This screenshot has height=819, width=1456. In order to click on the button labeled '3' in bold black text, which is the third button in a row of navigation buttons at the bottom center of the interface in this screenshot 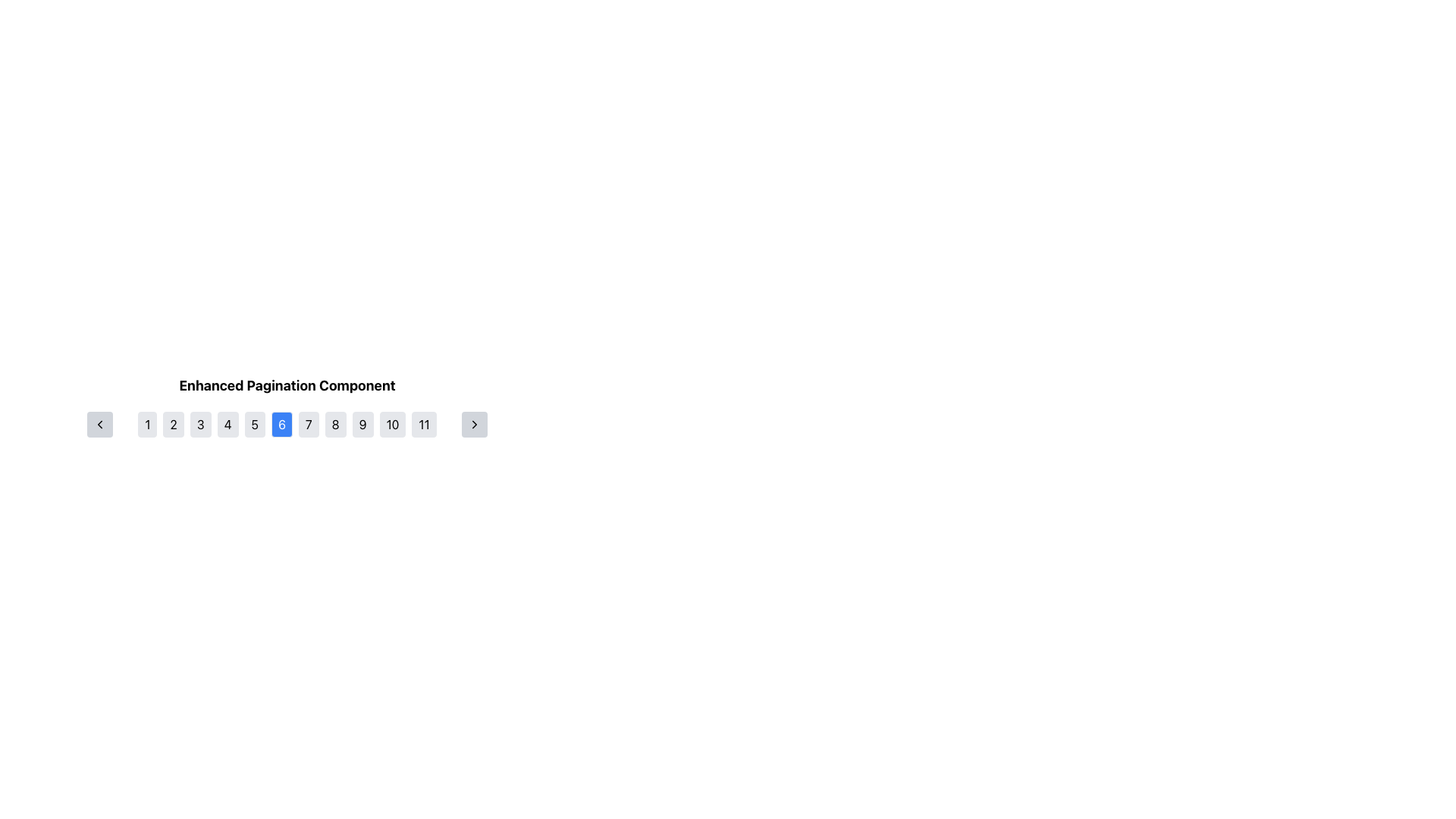, I will do `click(199, 424)`.